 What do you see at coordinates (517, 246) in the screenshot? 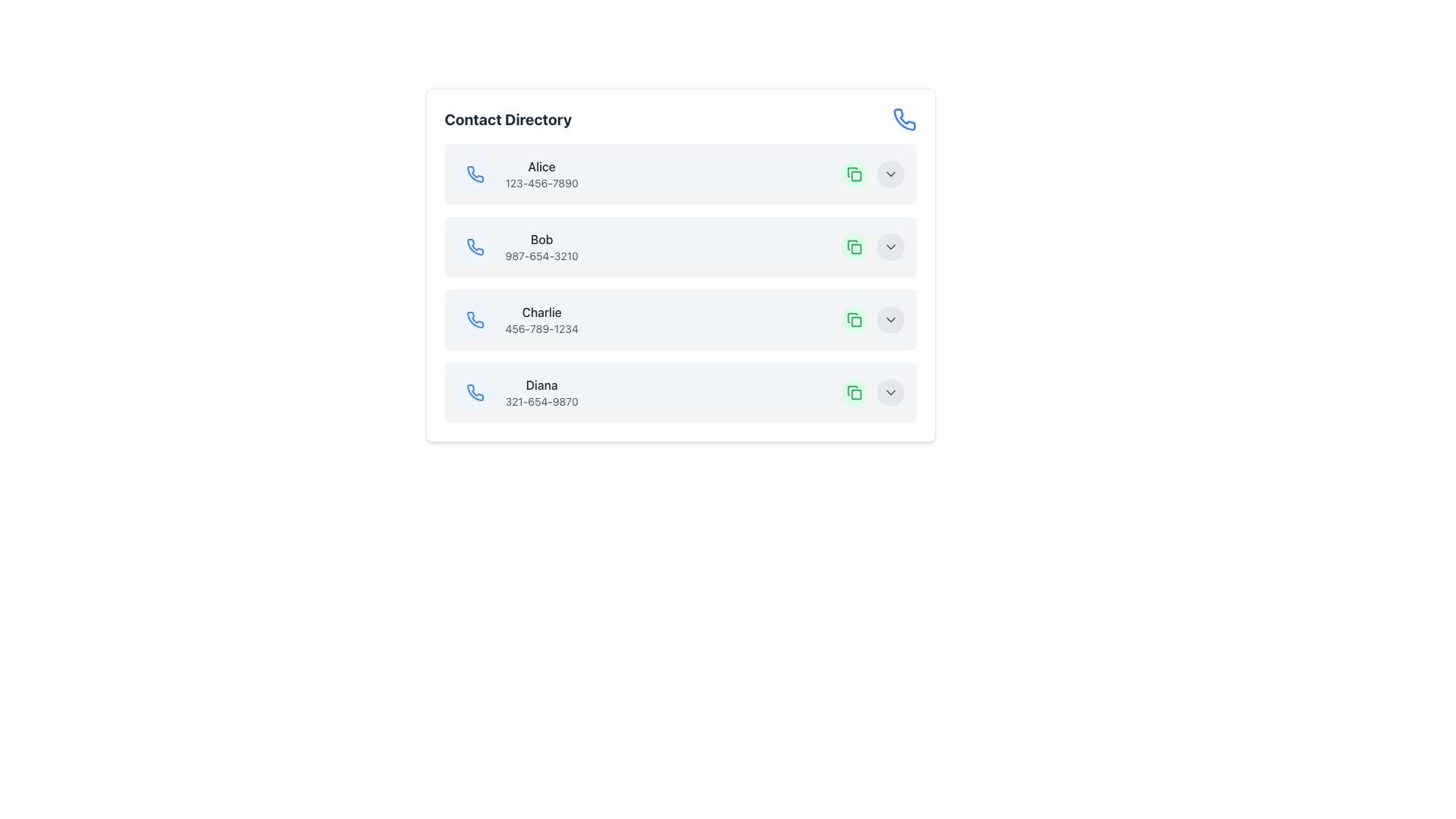
I see `contact information displayed in the text component showing 'Bob' and '987-654-3210' within the second contact card of the contact list` at bounding box center [517, 246].